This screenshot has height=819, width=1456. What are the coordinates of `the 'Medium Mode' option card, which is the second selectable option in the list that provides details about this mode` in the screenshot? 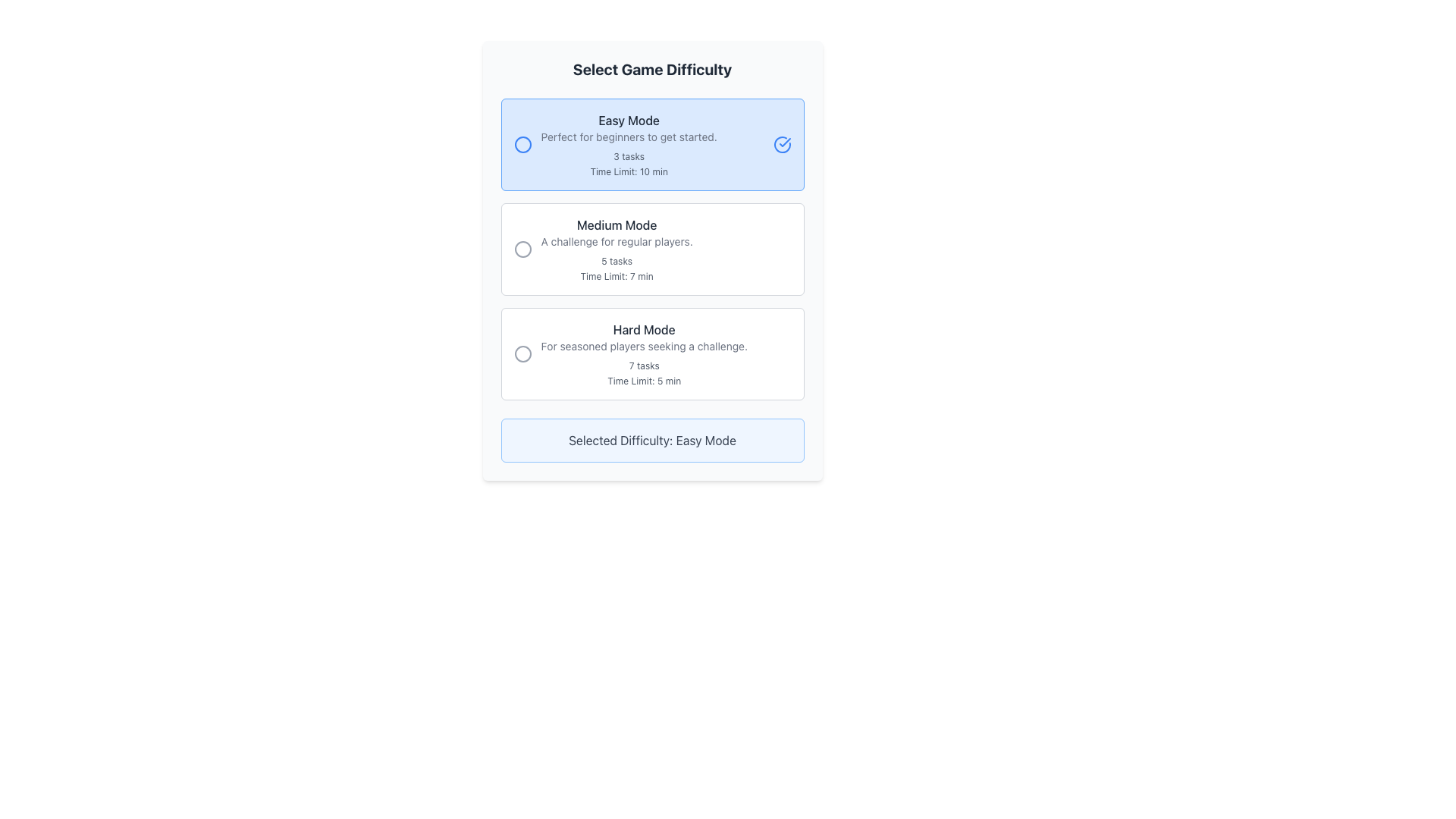 It's located at (652, 248).